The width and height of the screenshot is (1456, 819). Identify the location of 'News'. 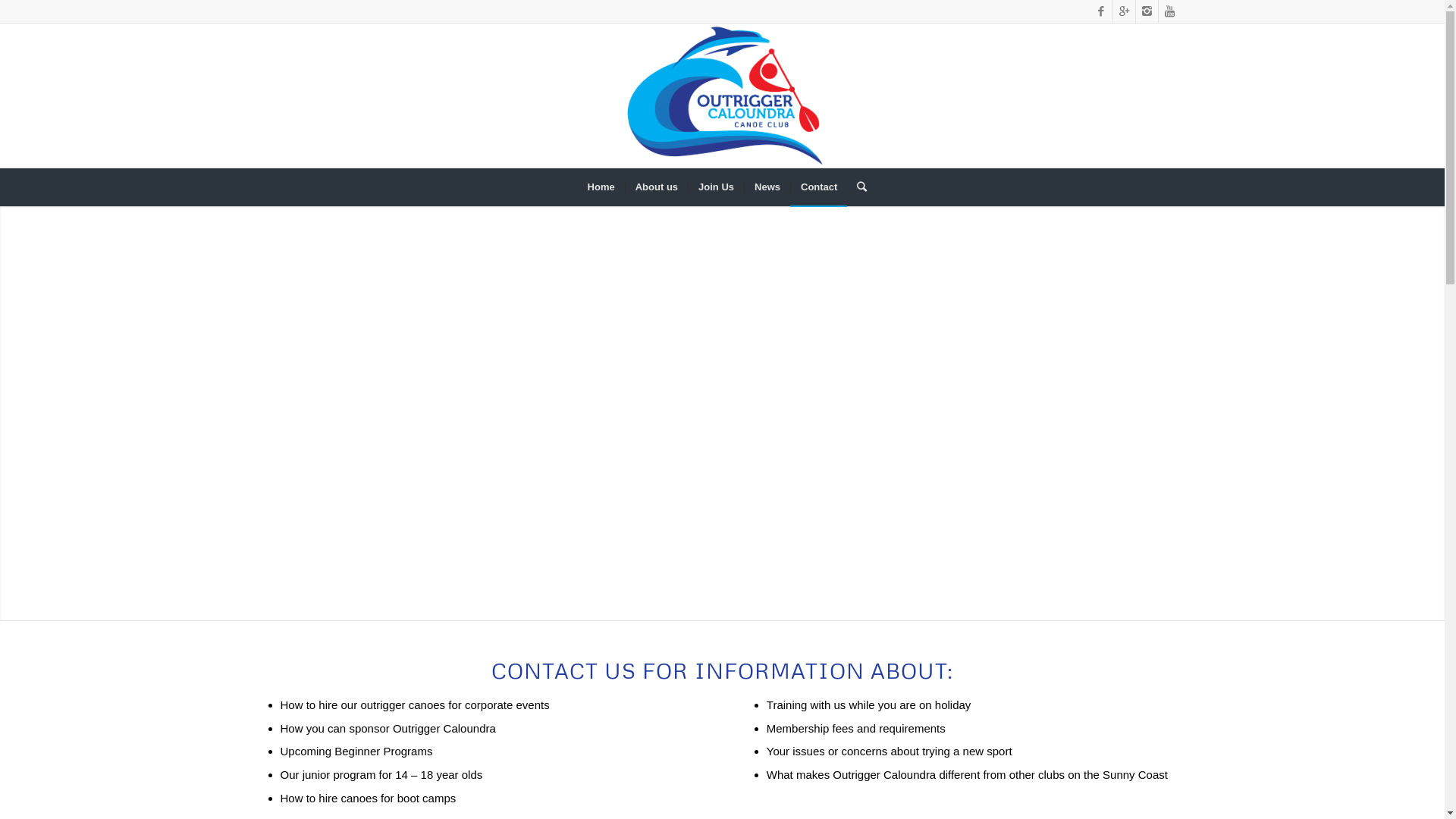
(767, 186).